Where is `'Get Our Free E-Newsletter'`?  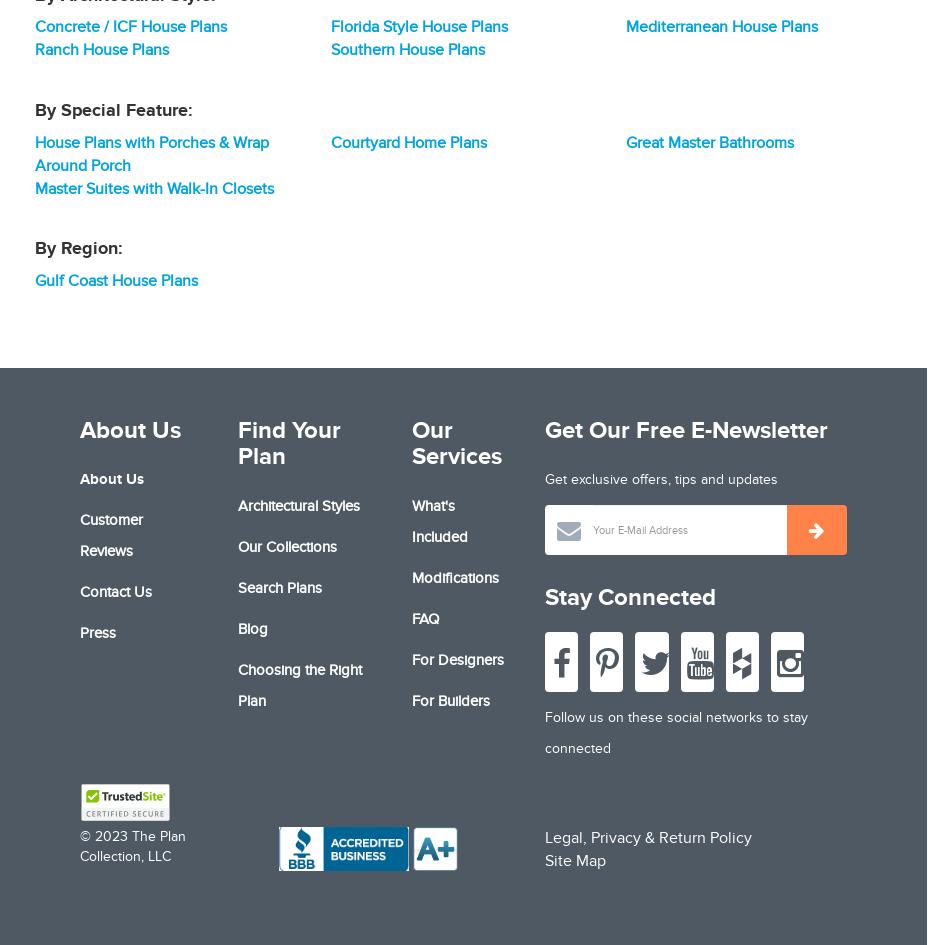 'Get Our Free E-Newsletter' is located at coordinates (685, 430).